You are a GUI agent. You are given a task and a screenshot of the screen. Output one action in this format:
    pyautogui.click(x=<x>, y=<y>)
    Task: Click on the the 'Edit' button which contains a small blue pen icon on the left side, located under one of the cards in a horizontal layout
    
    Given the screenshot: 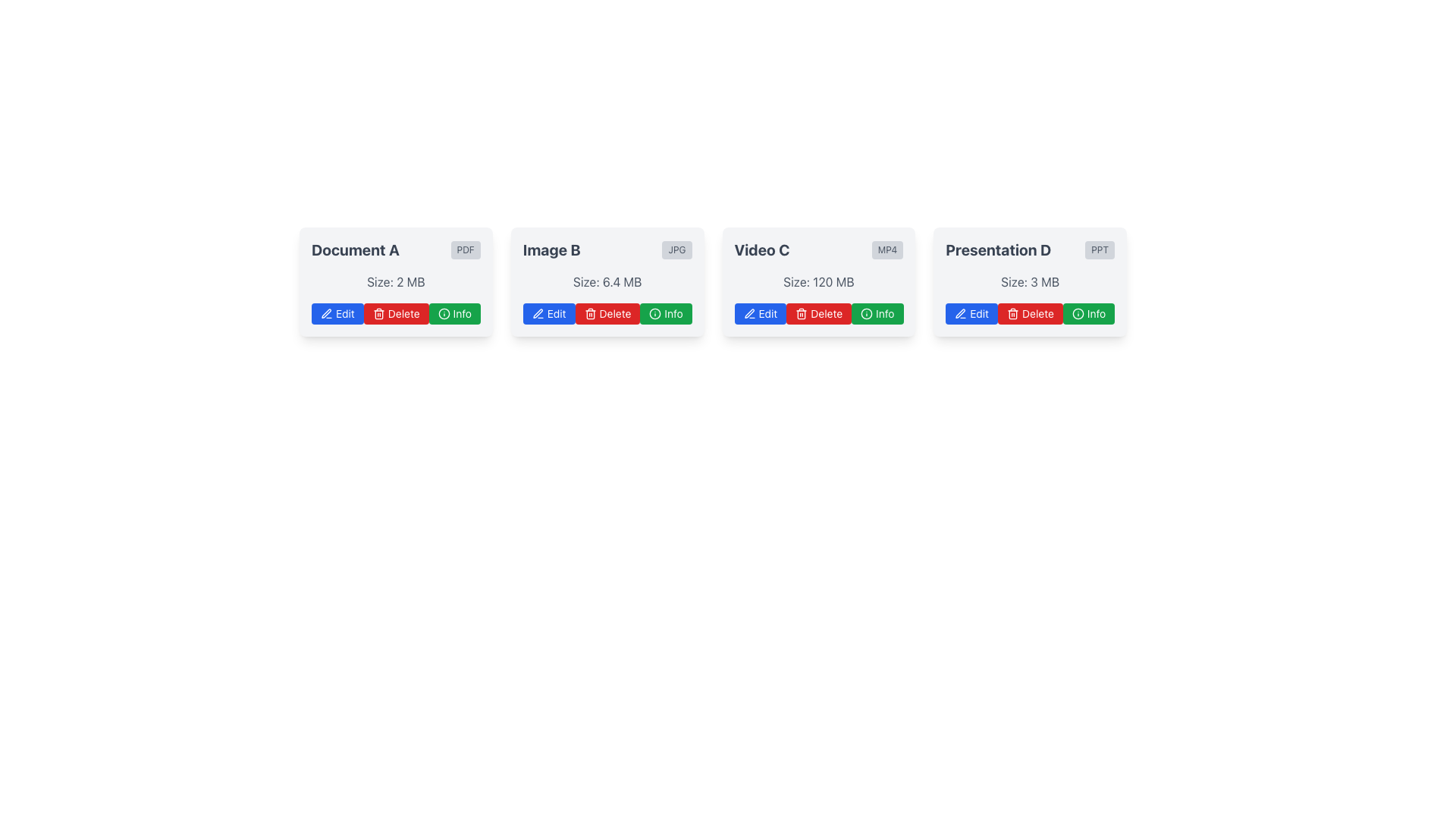 What is the action you would take?
    pyautogui.click(x=960, y=312)
    